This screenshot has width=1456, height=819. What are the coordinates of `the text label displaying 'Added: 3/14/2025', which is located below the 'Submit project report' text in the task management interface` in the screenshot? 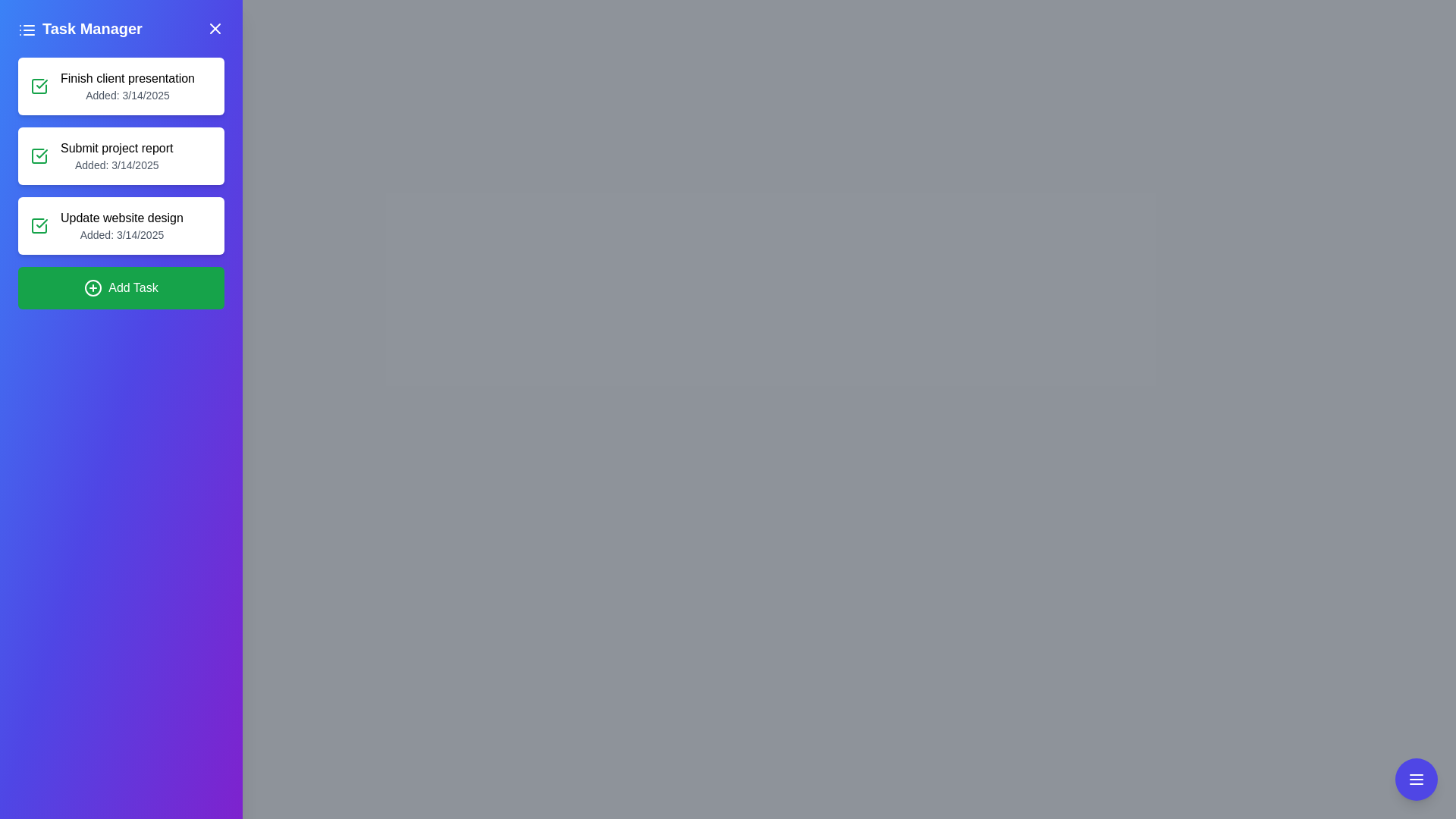 It's located at (116, 165).